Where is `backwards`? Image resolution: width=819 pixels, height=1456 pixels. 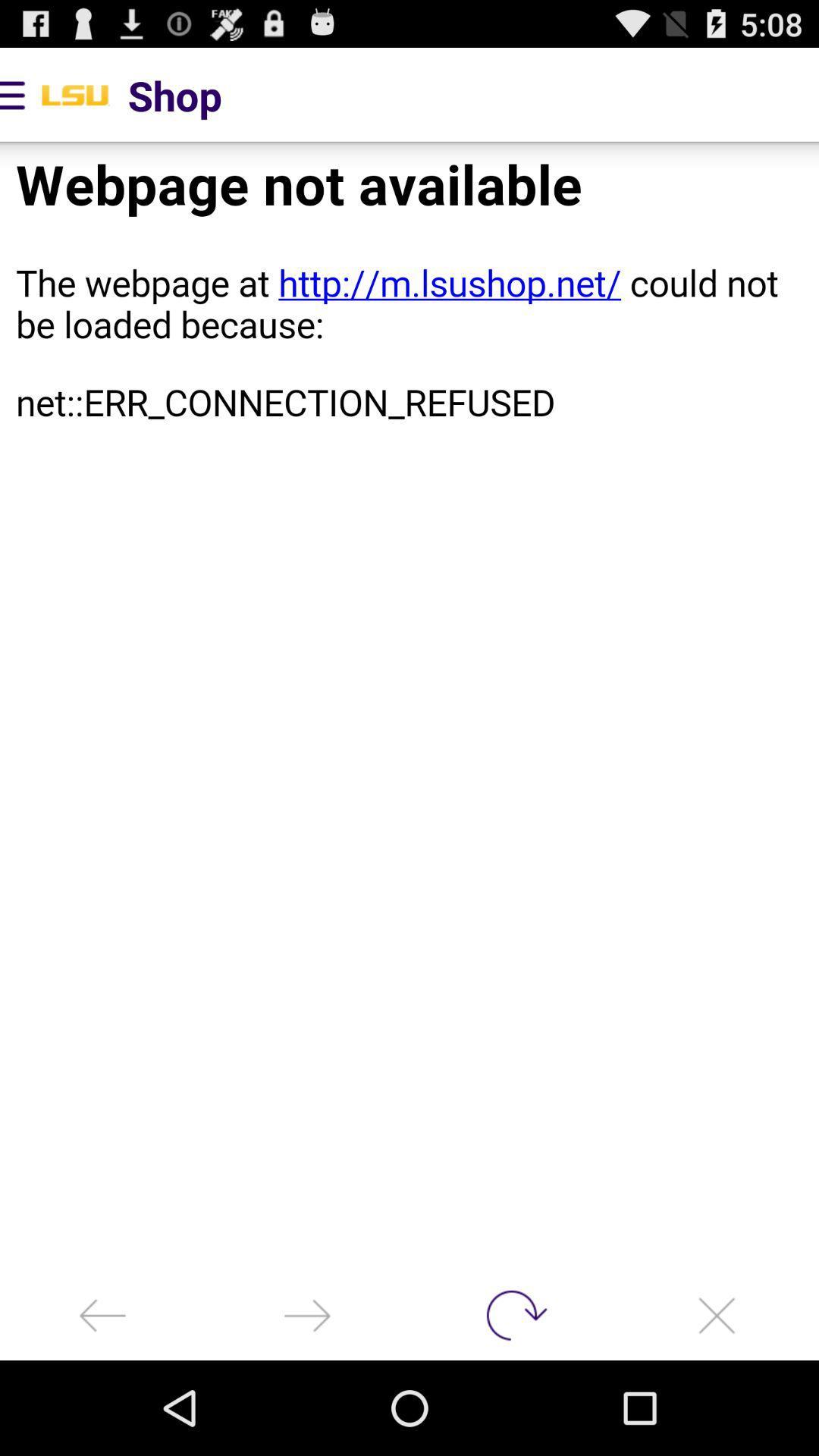
backwards is located at coordinates (102, 1314).